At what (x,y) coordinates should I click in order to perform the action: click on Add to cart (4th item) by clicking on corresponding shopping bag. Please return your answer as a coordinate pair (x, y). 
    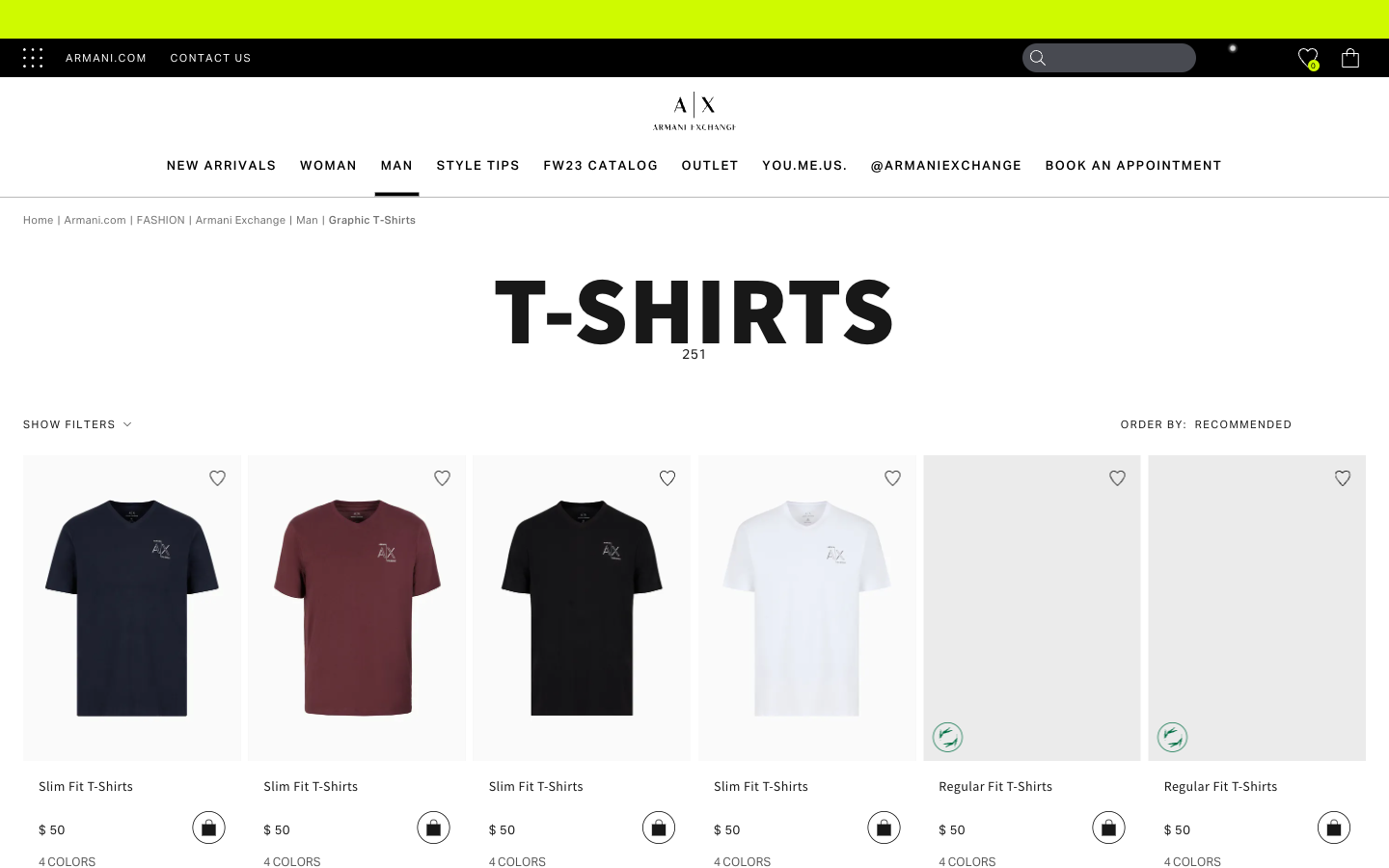
    Looking at the image, I should click on (883, 827).